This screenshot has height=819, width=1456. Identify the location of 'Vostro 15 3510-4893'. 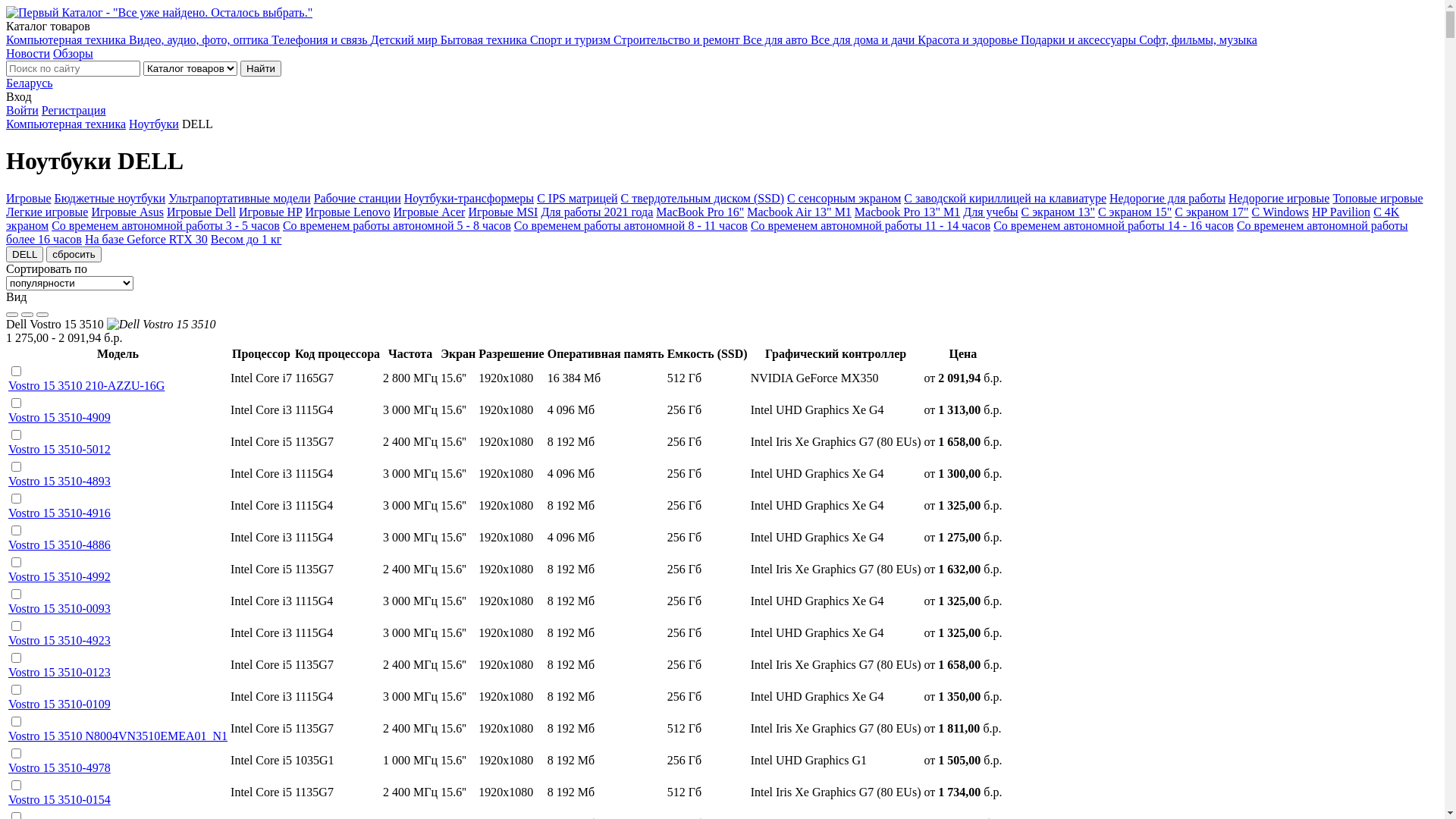
(59, 481).